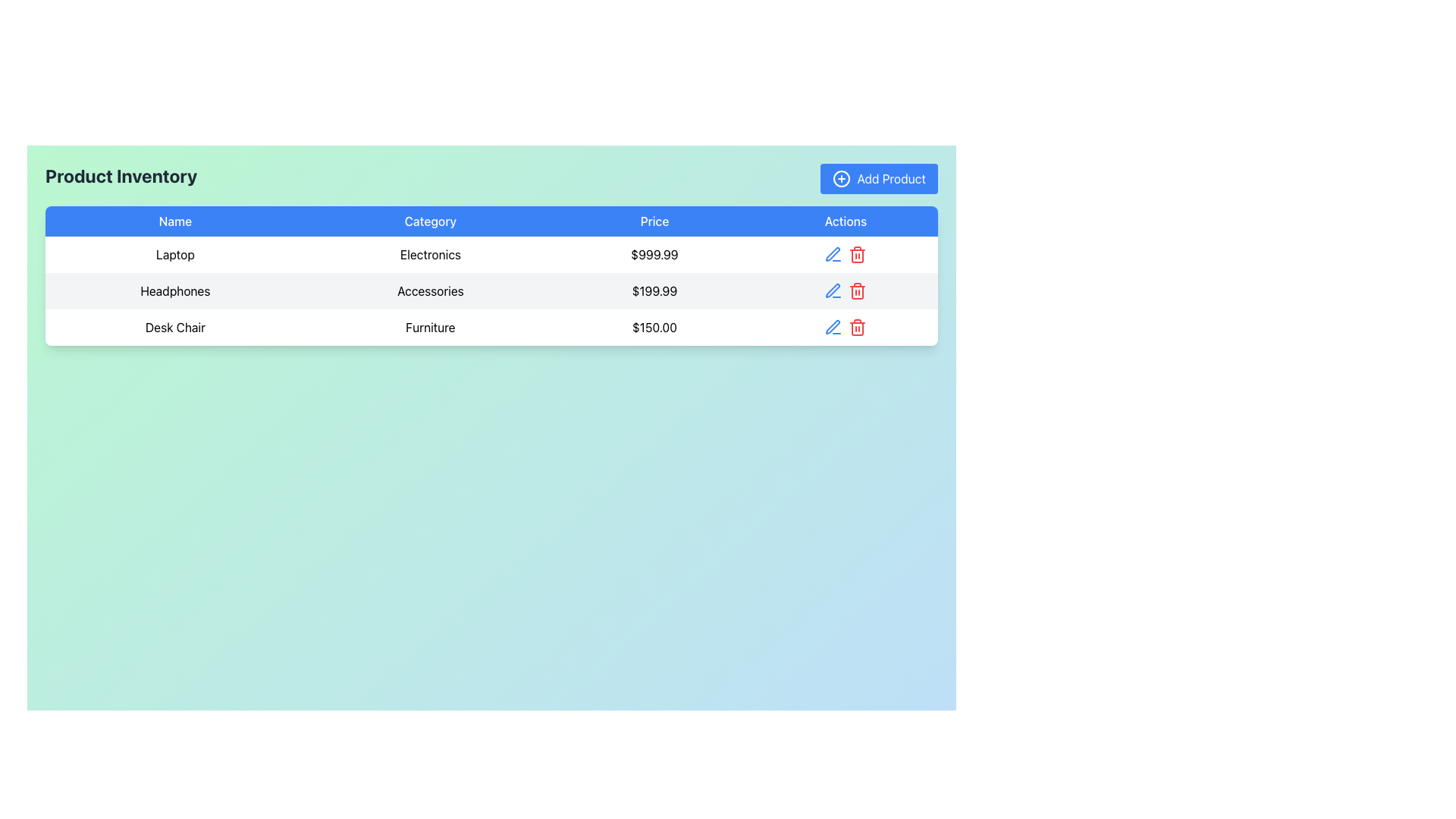 This screenshot has height=819, width=1456. What do you see at coordinates (858, 291) in the screenshot?
I see `the red trash can icon button located in the 'Actions' column of the second row for the 'Headphones' product entry to initiate the delete action` at bounding box center [858, 291].